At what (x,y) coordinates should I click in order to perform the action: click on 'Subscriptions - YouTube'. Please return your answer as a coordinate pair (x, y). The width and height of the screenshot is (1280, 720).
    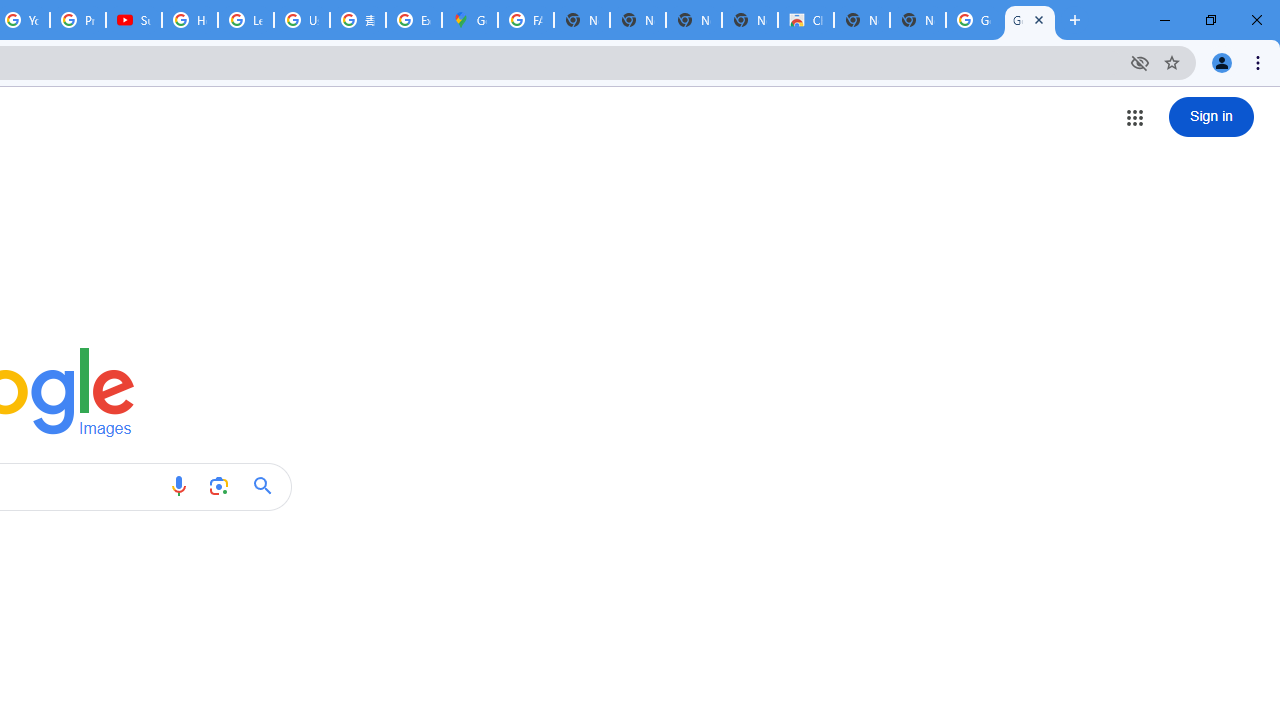
    Looking at the image, I should click on (133, 20).